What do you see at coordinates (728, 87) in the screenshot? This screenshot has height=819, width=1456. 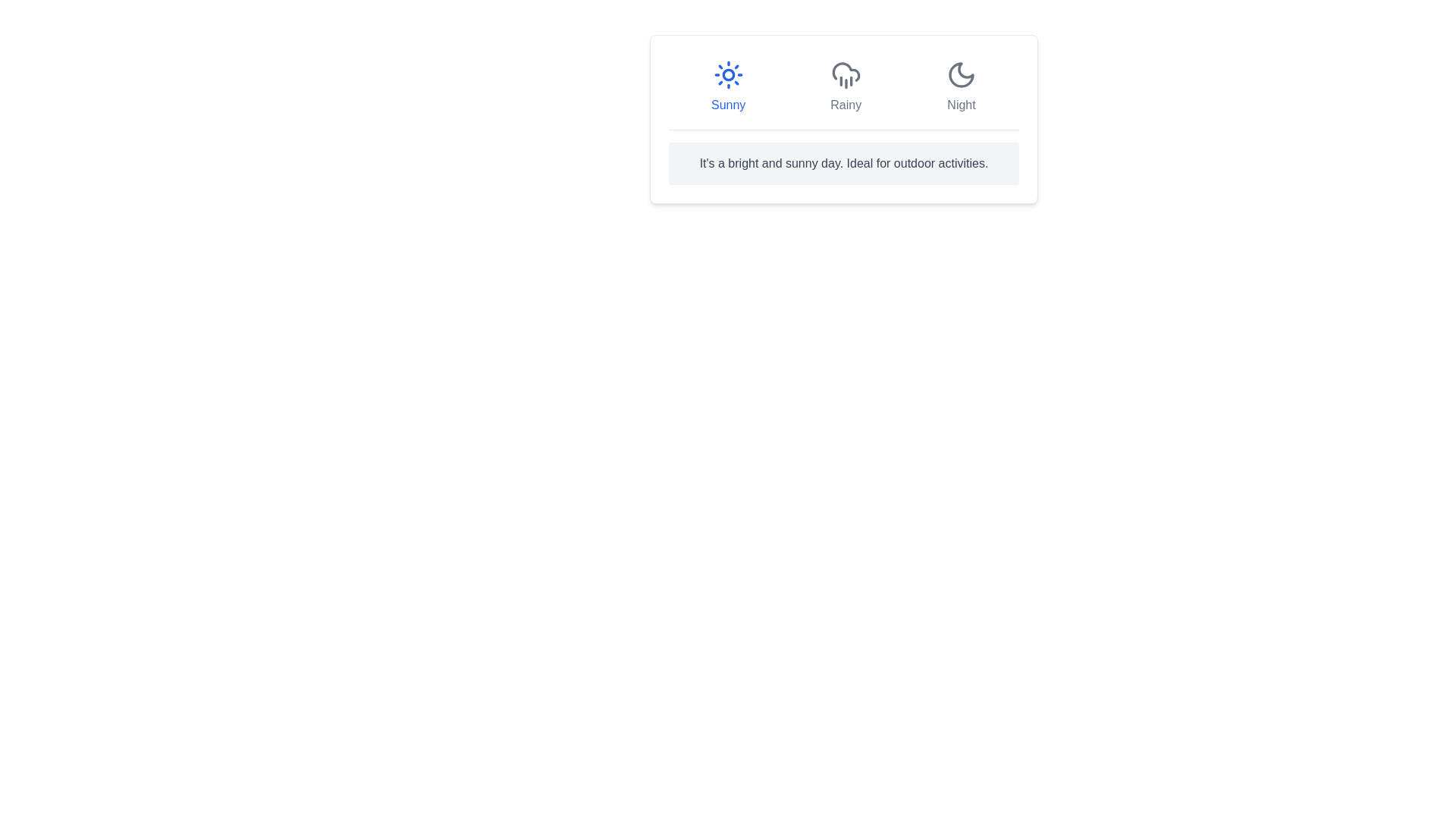 I see `the tab corresponding to Sunny to view its details` at bounding box center [728, 87].